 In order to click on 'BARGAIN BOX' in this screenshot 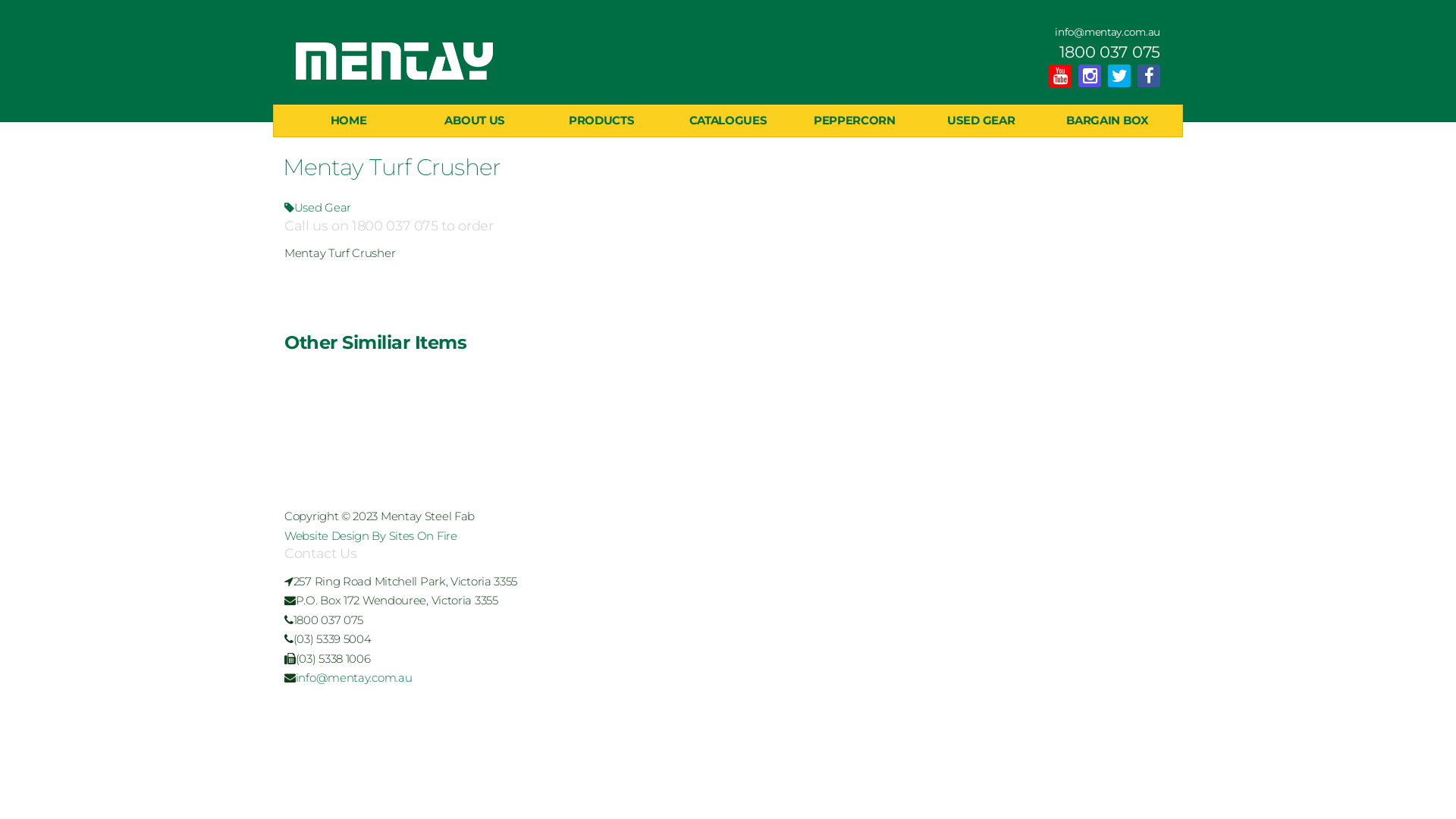, I will do `click(1043, 120)`.